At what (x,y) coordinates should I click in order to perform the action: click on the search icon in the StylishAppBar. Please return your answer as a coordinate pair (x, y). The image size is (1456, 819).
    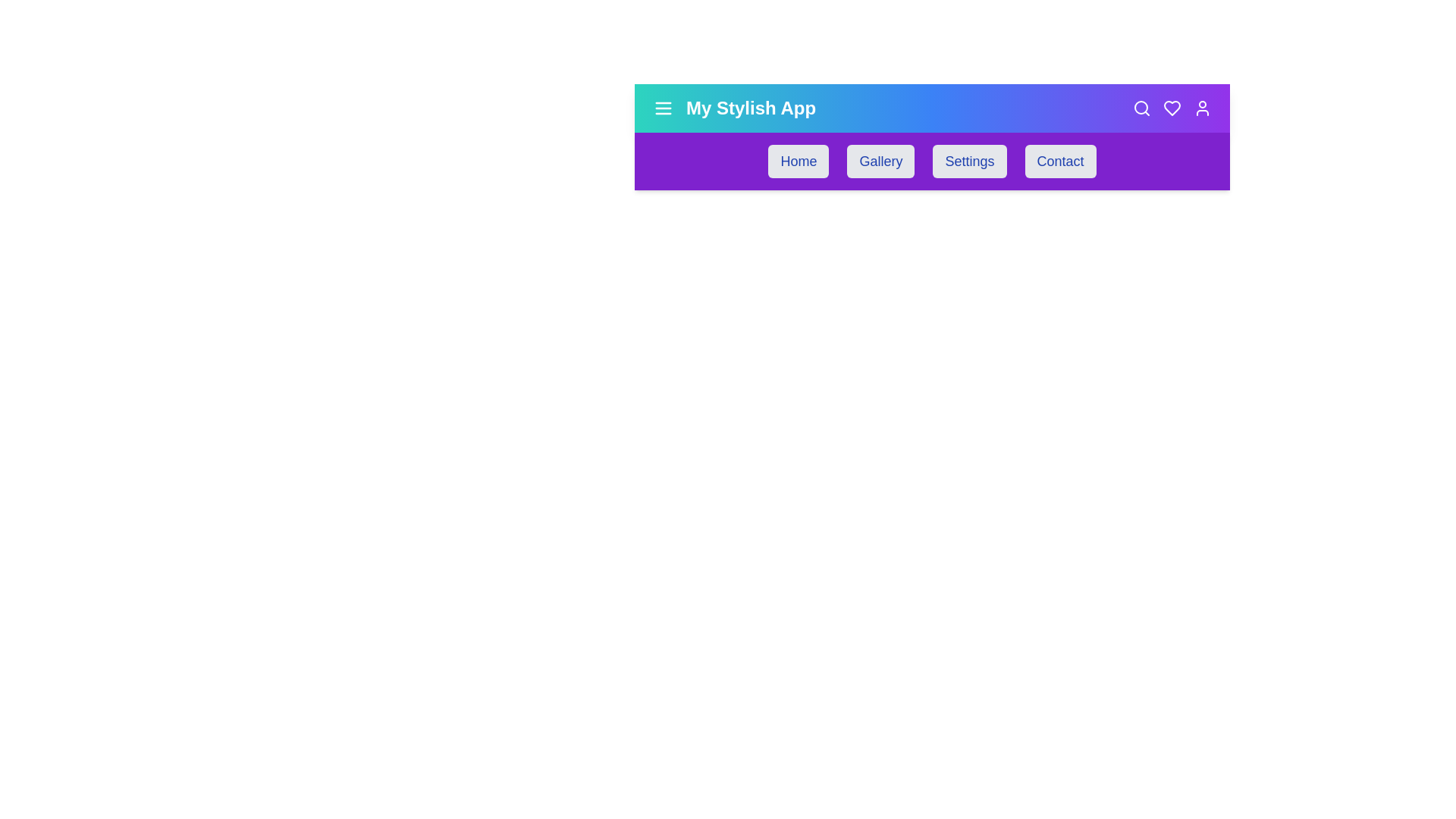
    Looking at the image, I should click on (1142, 107).